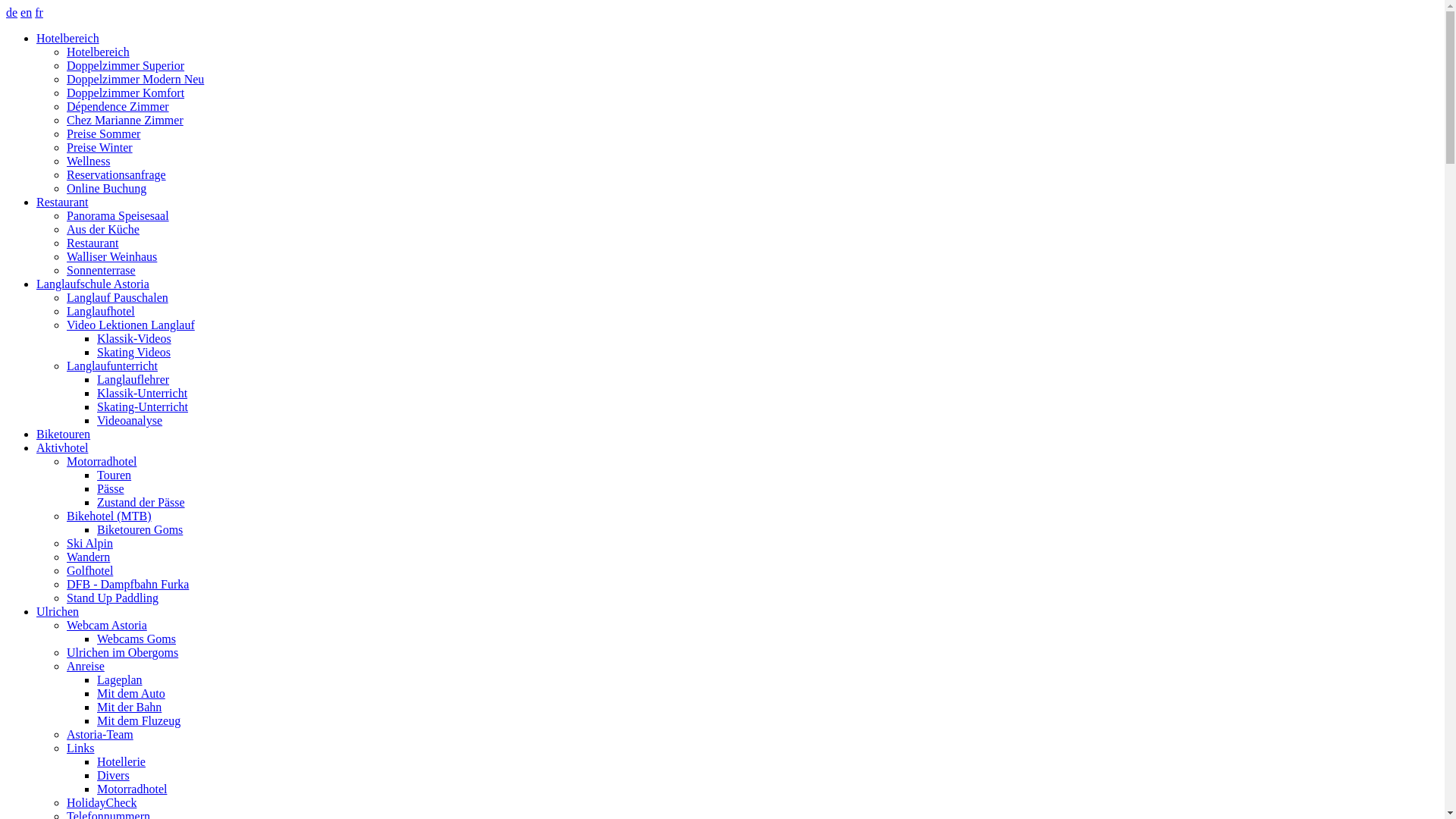 This screenshot has height=819, width=1456. Describe the element at coordinates (119, 679) in the screenshot. I see `'Lageplan'` at that location.